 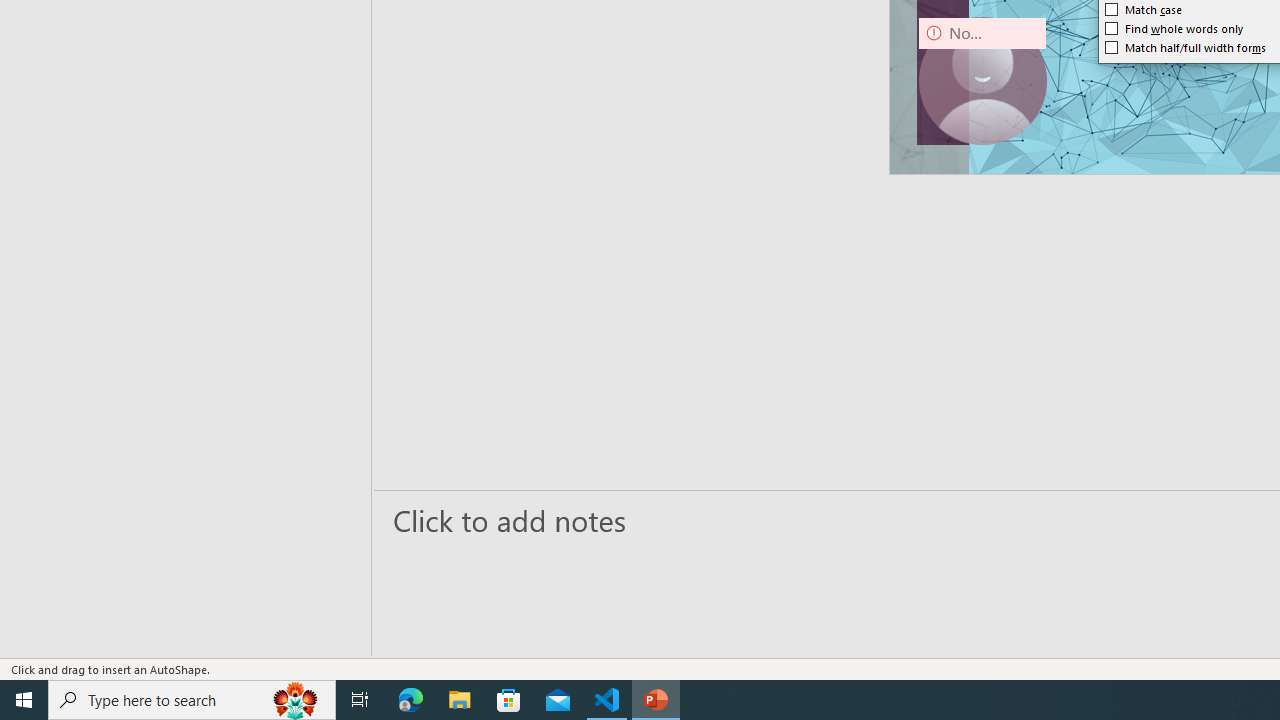 What do you see at coordinates (294, 698) in the screenshot?
I see `'Search highlights icon opens search home window'` at bounding box center [294, 698].